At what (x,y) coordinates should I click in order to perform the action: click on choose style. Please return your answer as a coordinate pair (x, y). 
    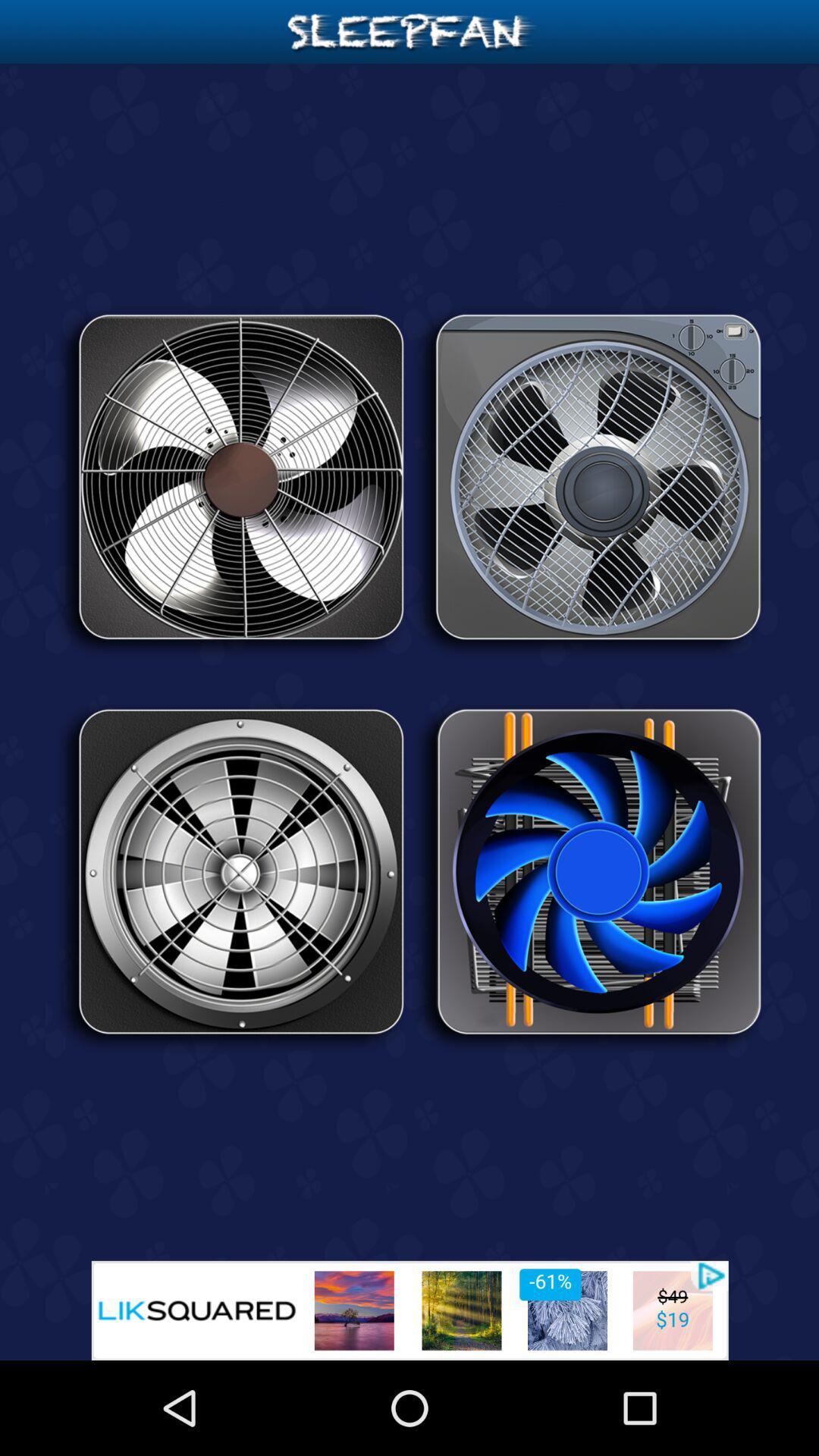
    Looking at the image, I should click on (231, 482).